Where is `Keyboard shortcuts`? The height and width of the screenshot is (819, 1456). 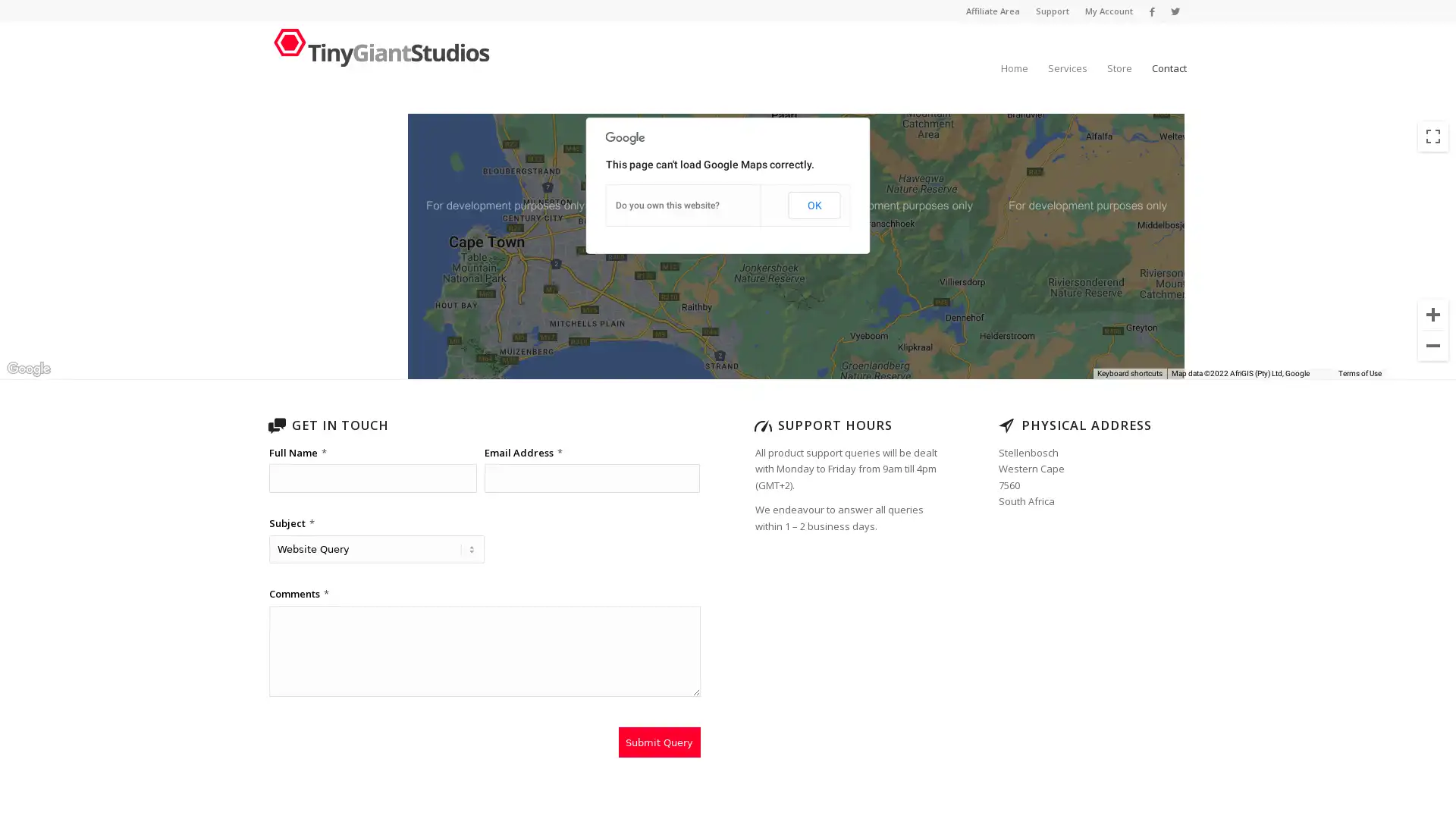 Keyboard shortcuts is located at coordinates (1219, 374).